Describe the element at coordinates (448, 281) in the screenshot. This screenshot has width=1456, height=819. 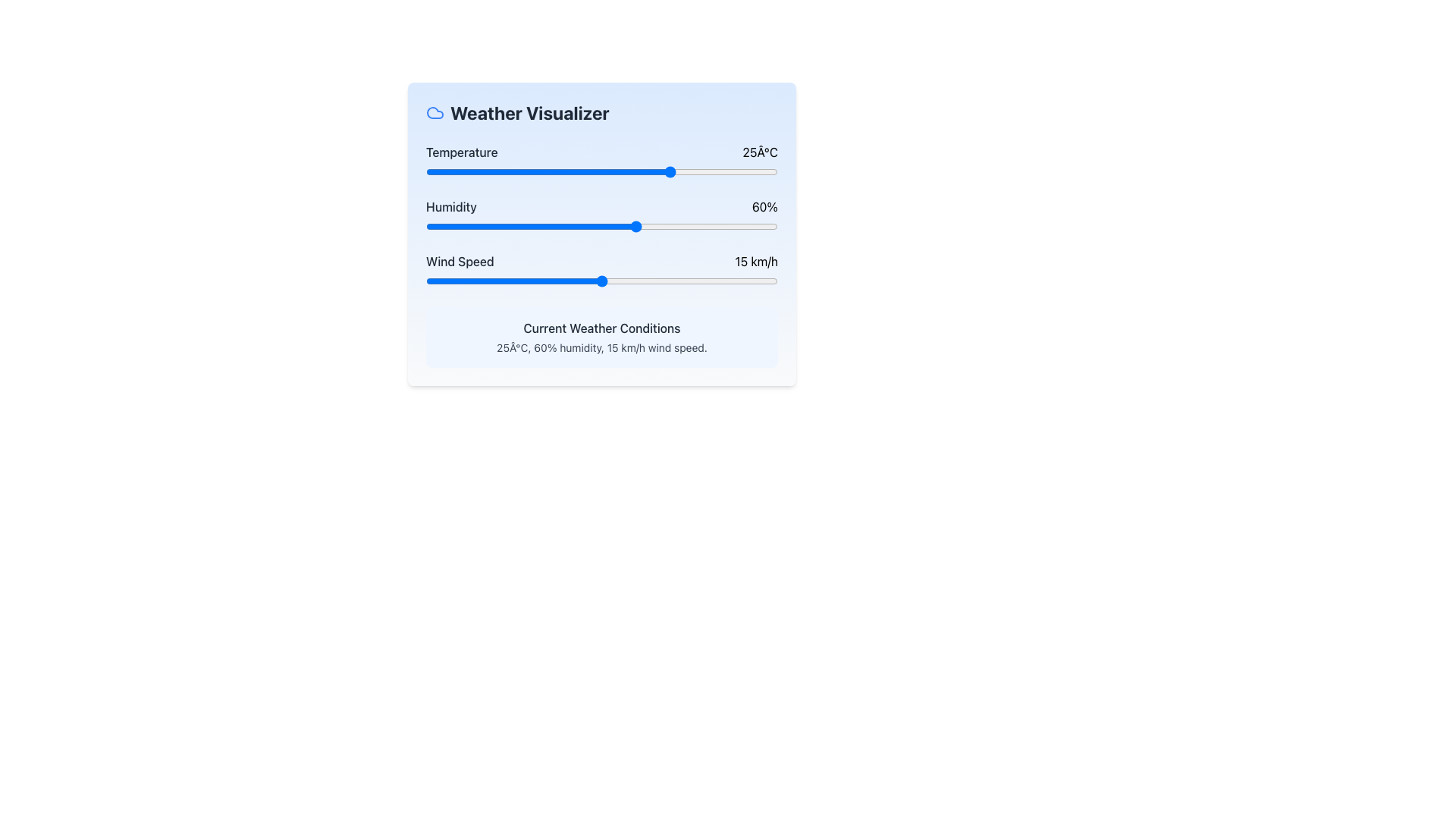
I see `wind speed` at that location.